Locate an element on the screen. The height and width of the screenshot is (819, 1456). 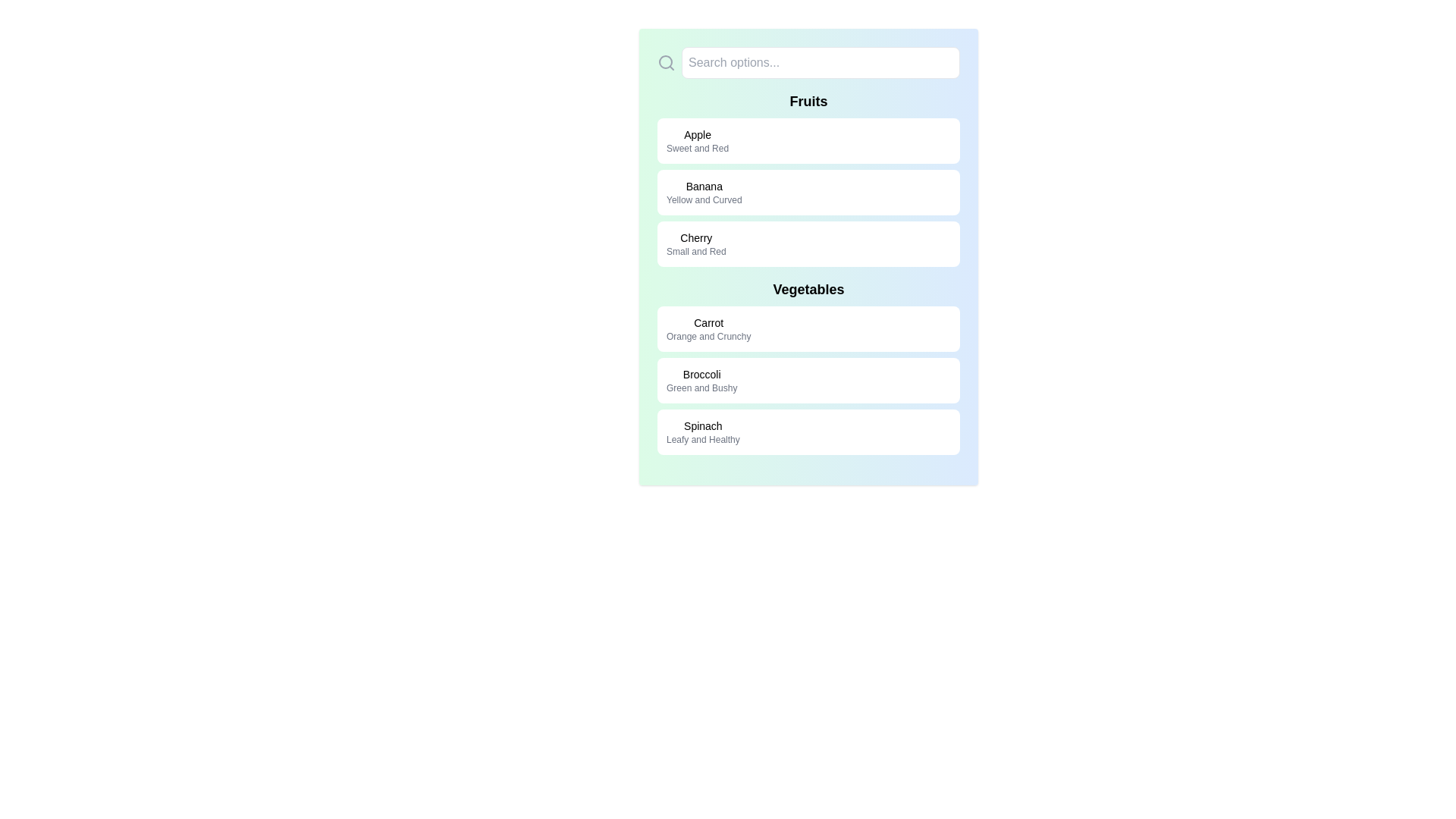
the magnifying glass icon located at the leftmost side of the search options input field is located at coordinates (666, 62).